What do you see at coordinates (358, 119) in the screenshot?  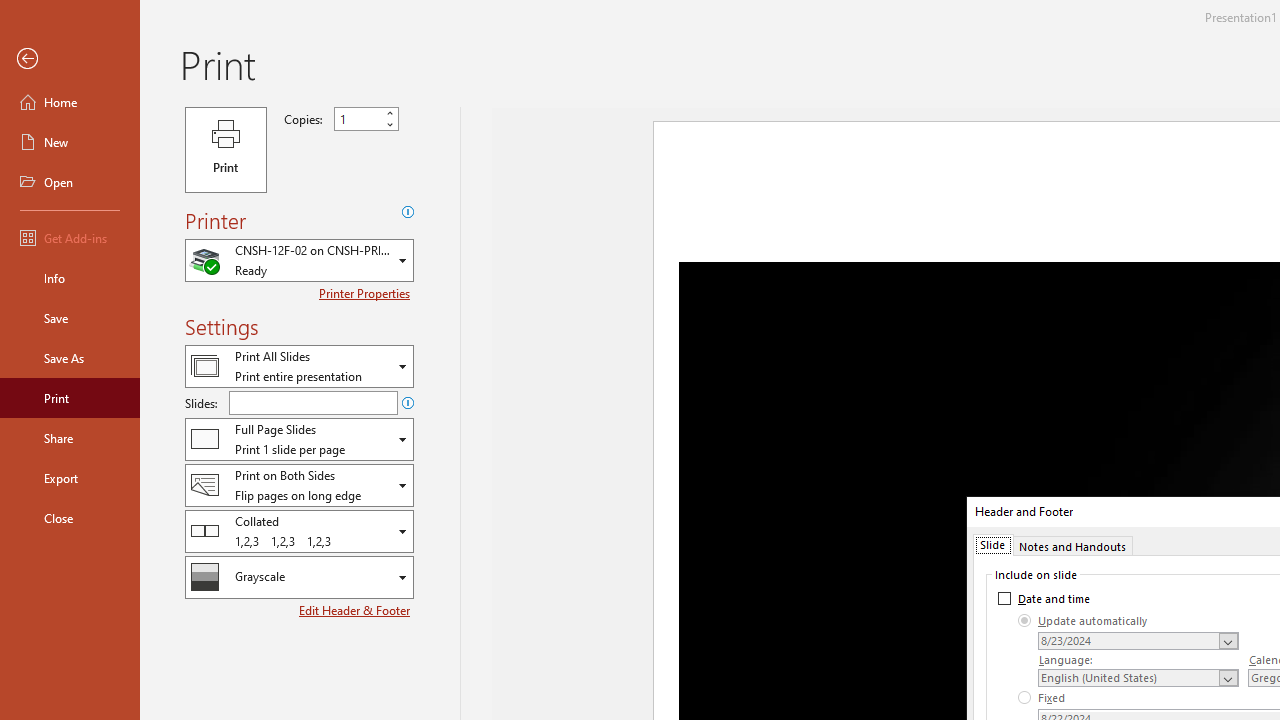 I see `'Copies'` at bounding box center [358, 119].